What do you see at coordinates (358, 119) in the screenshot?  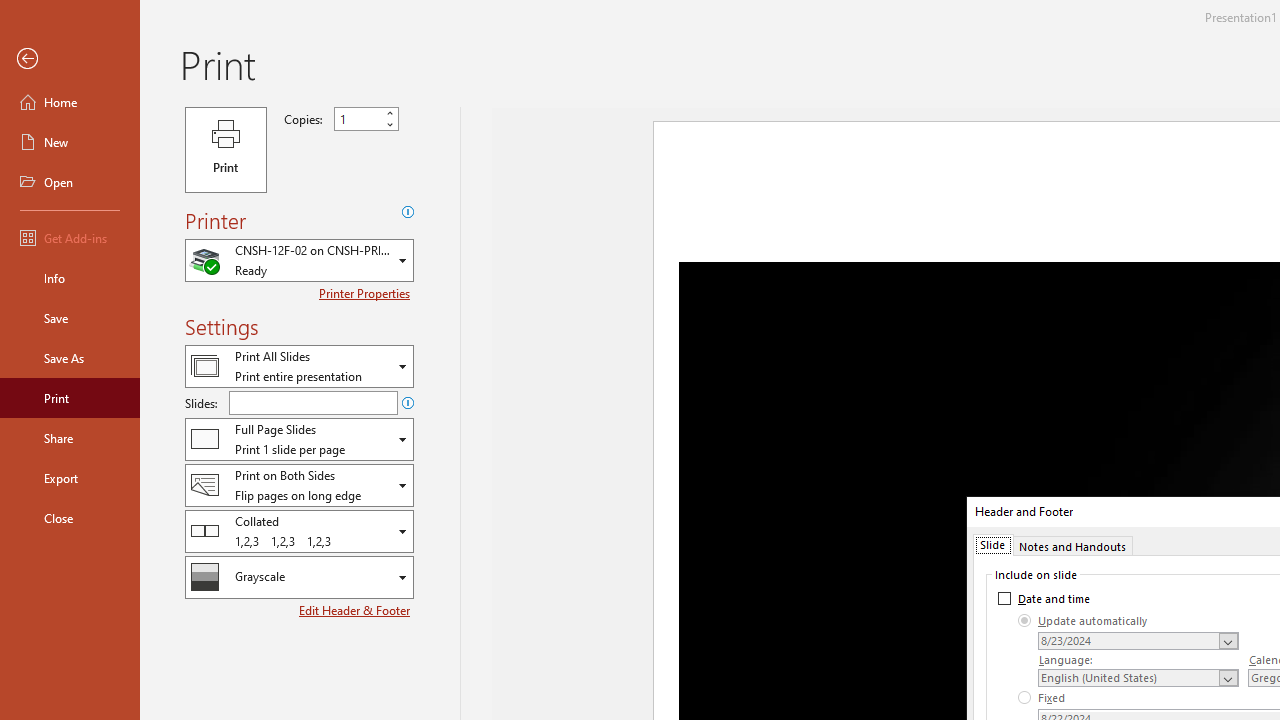 I see `'Copies'` at bounding box center [358, 119].